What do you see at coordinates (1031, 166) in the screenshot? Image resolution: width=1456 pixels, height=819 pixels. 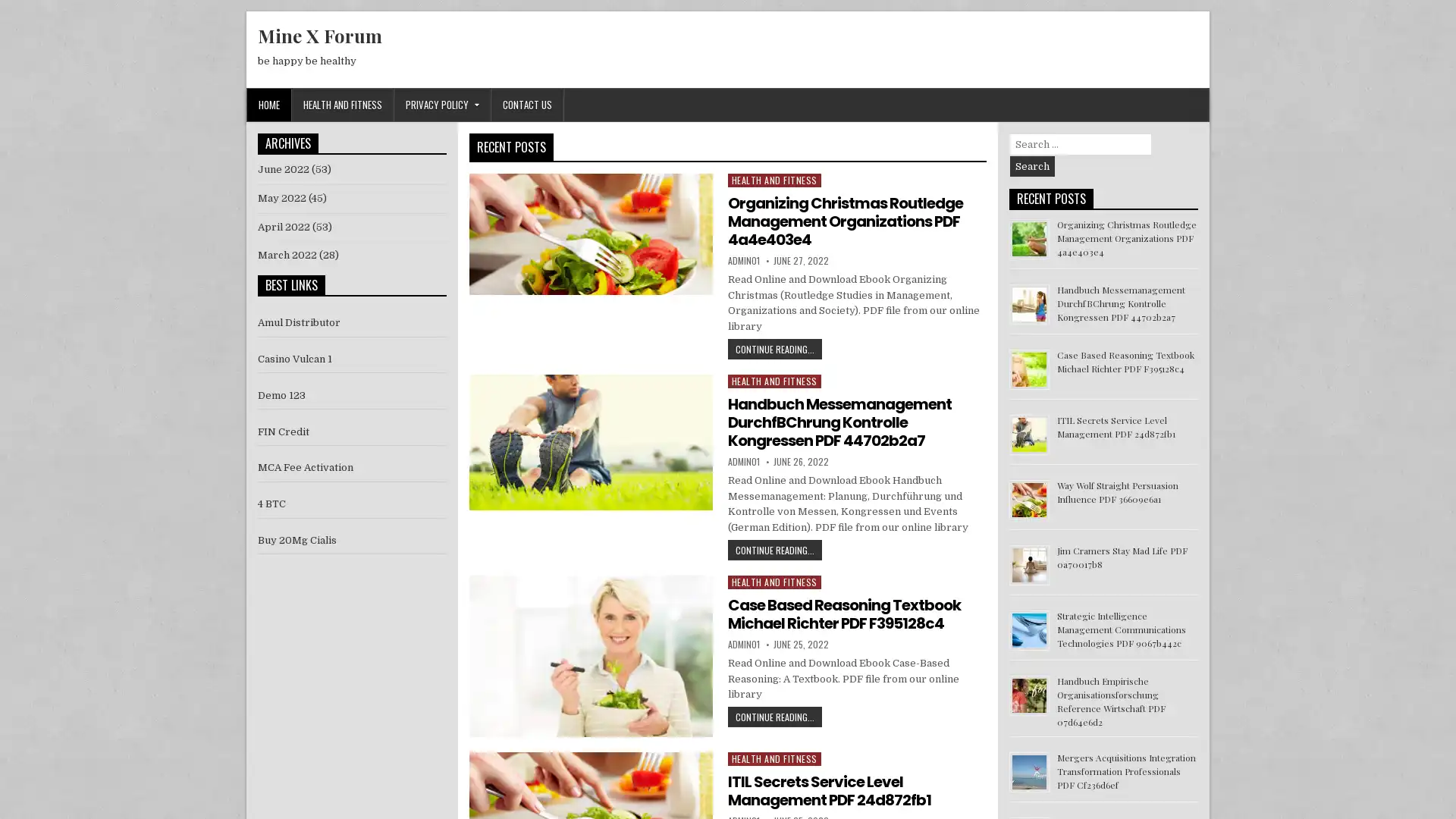 I see `Search` at bounding box center [1031, 166].